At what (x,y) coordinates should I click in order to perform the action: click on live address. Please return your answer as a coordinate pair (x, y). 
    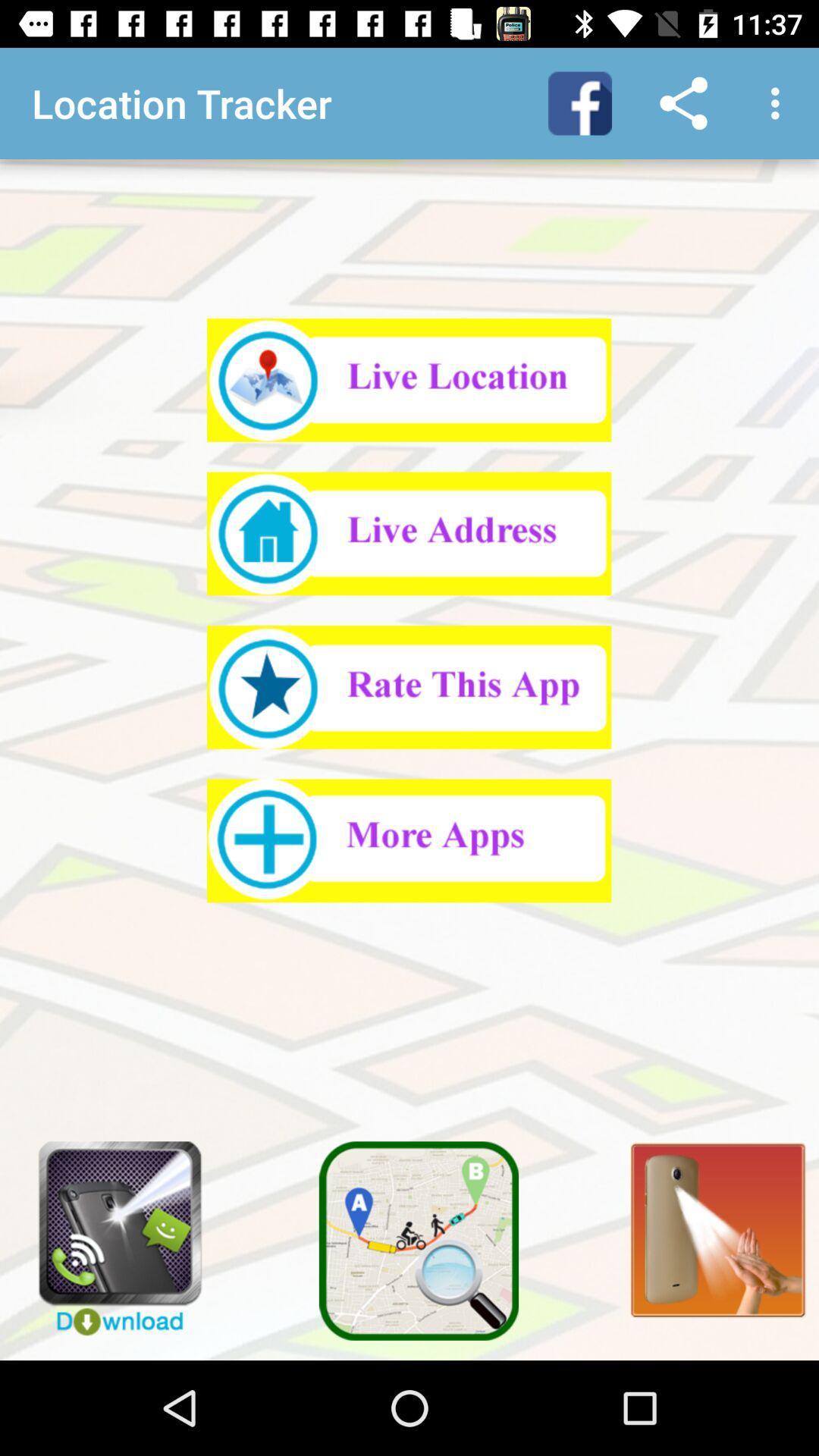
    Looking at the image, I should click on (408, 533).